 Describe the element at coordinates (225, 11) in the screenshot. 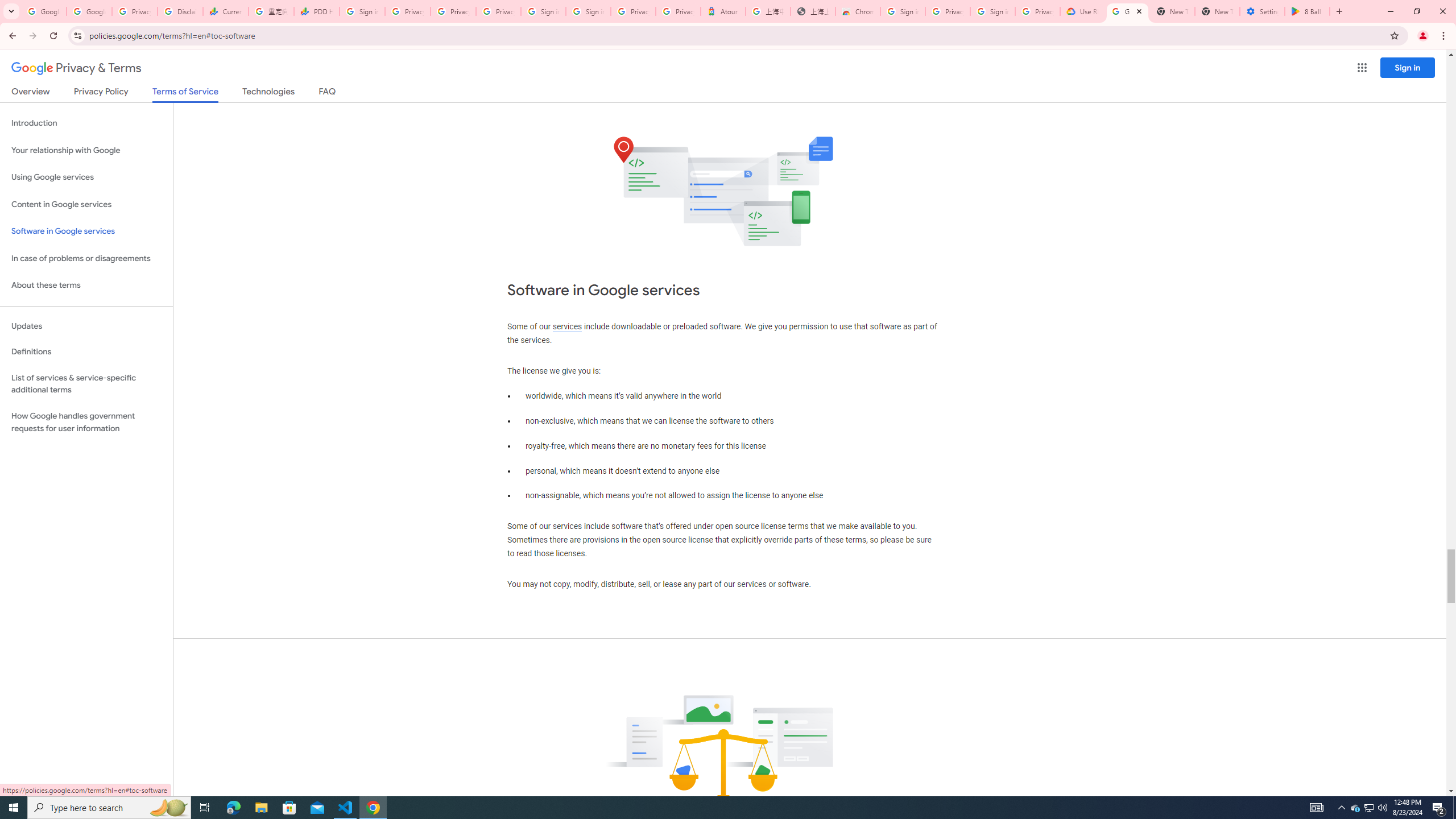

I see `'Currencies - Google Finance'` at that location.